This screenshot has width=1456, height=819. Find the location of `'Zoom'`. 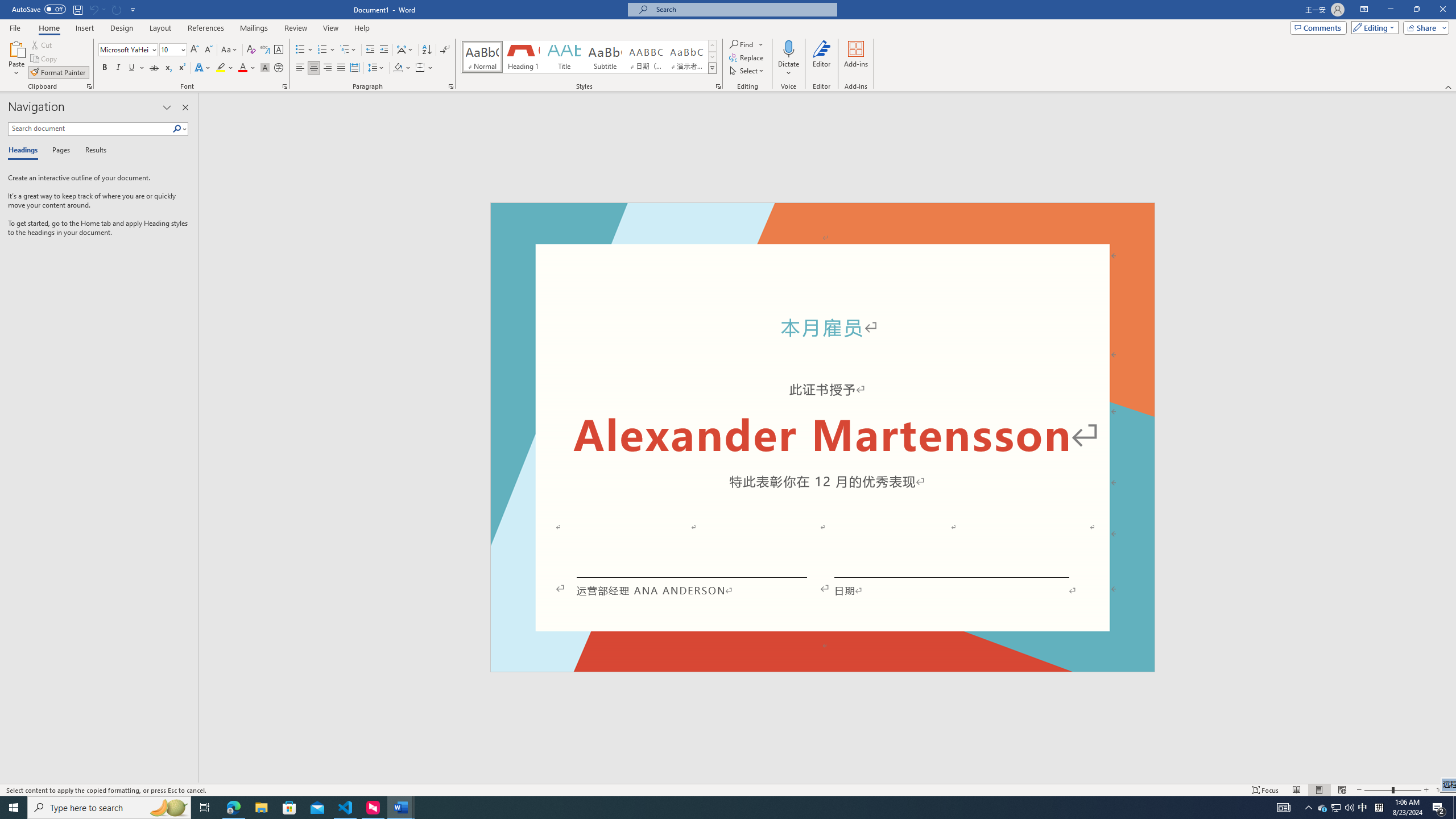

'Zoom' is located at coordinates (1392, 790).